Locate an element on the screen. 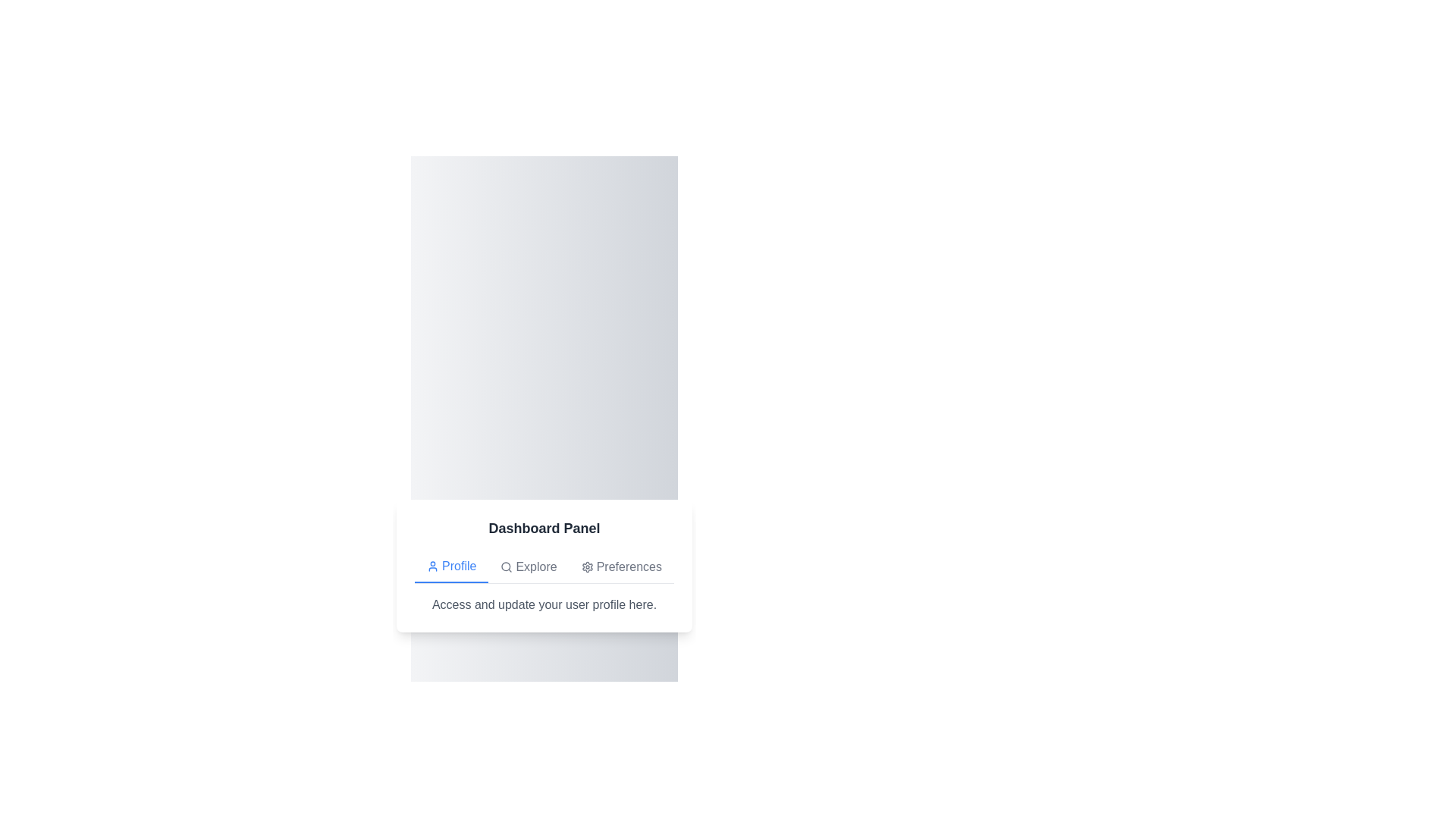  the decorative user profile icon located to the left of the 'Profile' text within the tab-like component of the navigation section is located at coordinates (432, 566).